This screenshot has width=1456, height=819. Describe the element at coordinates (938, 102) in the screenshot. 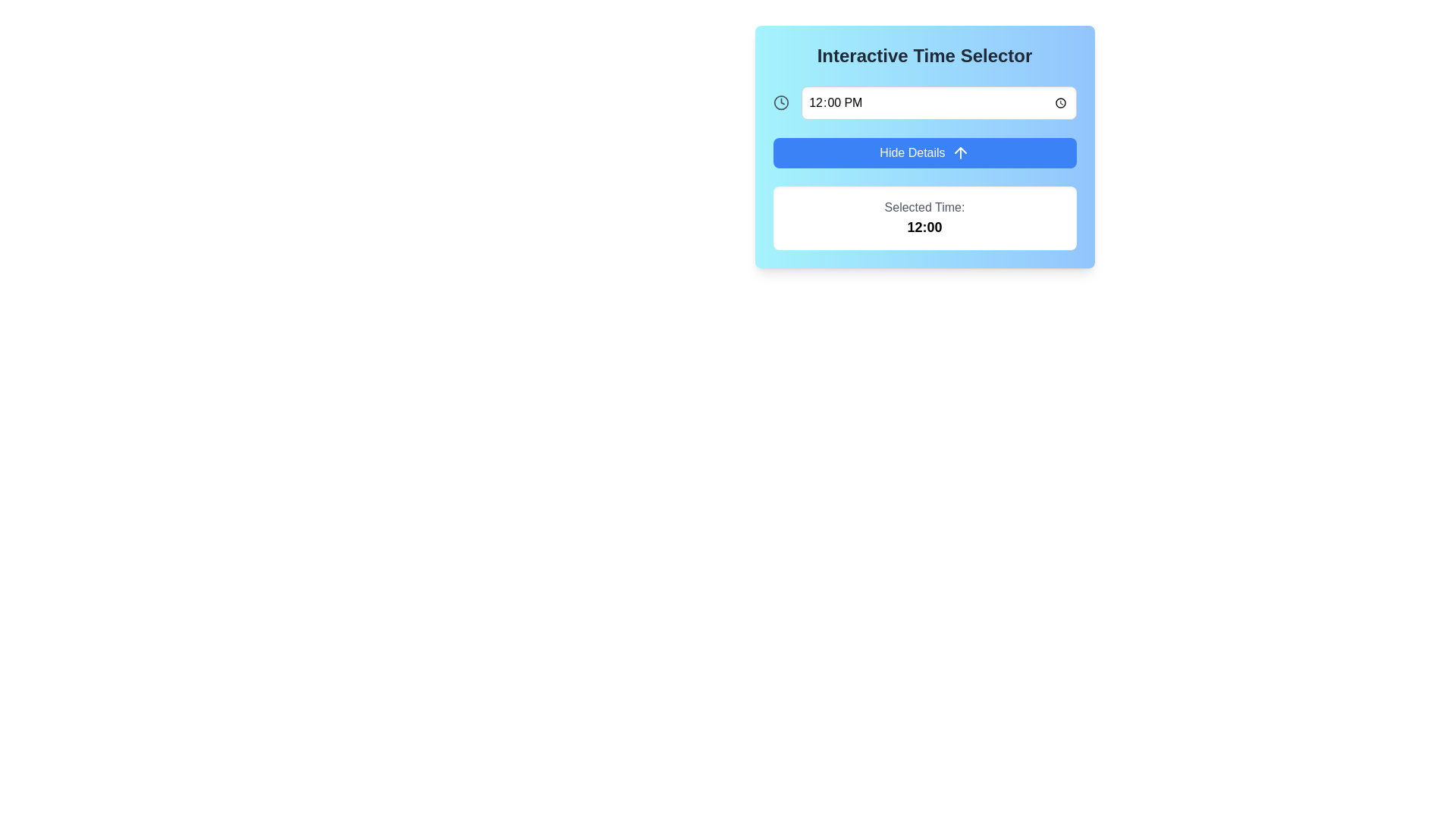

I see `the time input field displaying '12:00 PM', which has a rounded border and light-colored background` at that location.